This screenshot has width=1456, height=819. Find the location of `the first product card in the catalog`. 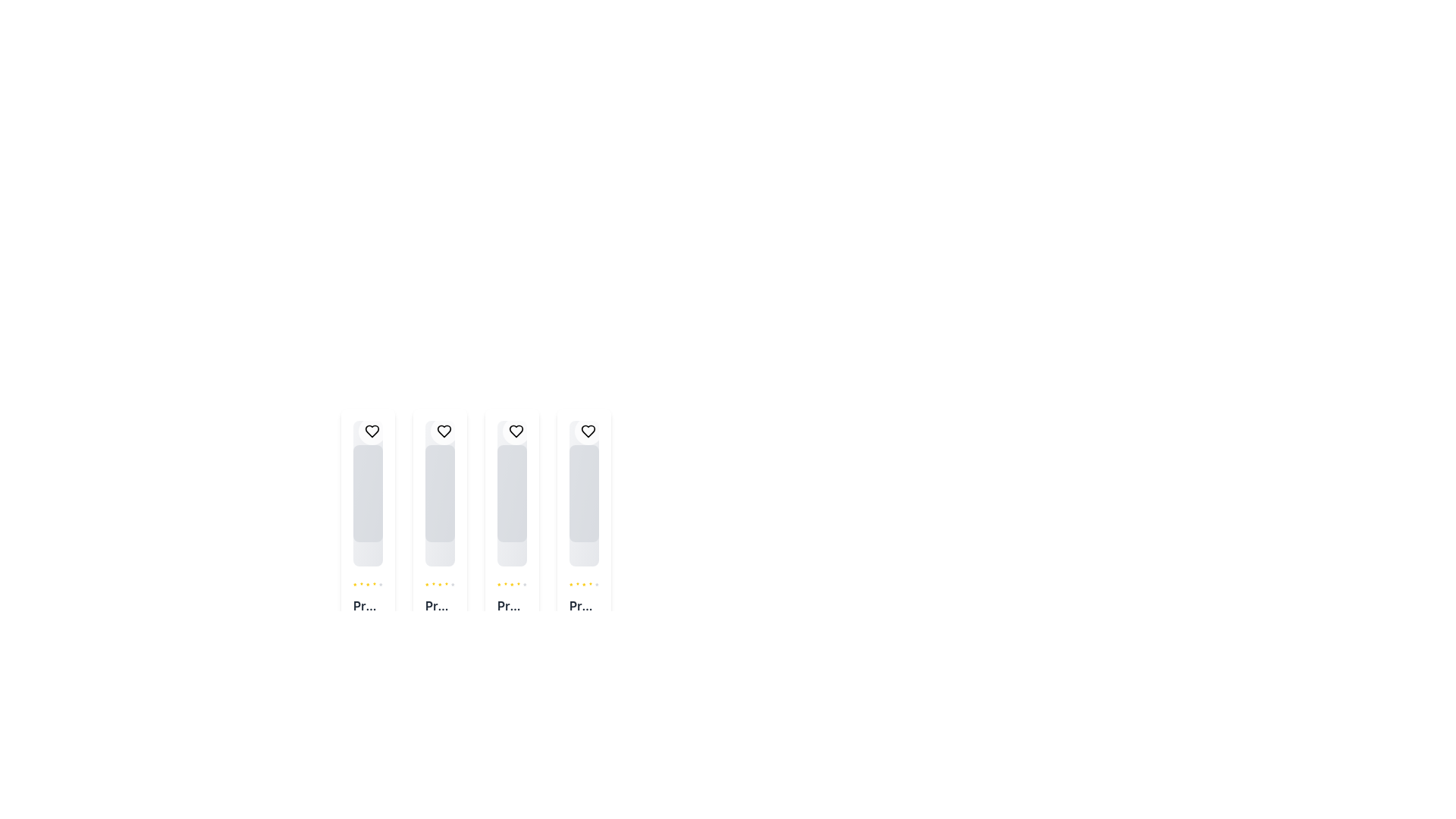

the first product card in the catalog is located at coordinates (368, 544).